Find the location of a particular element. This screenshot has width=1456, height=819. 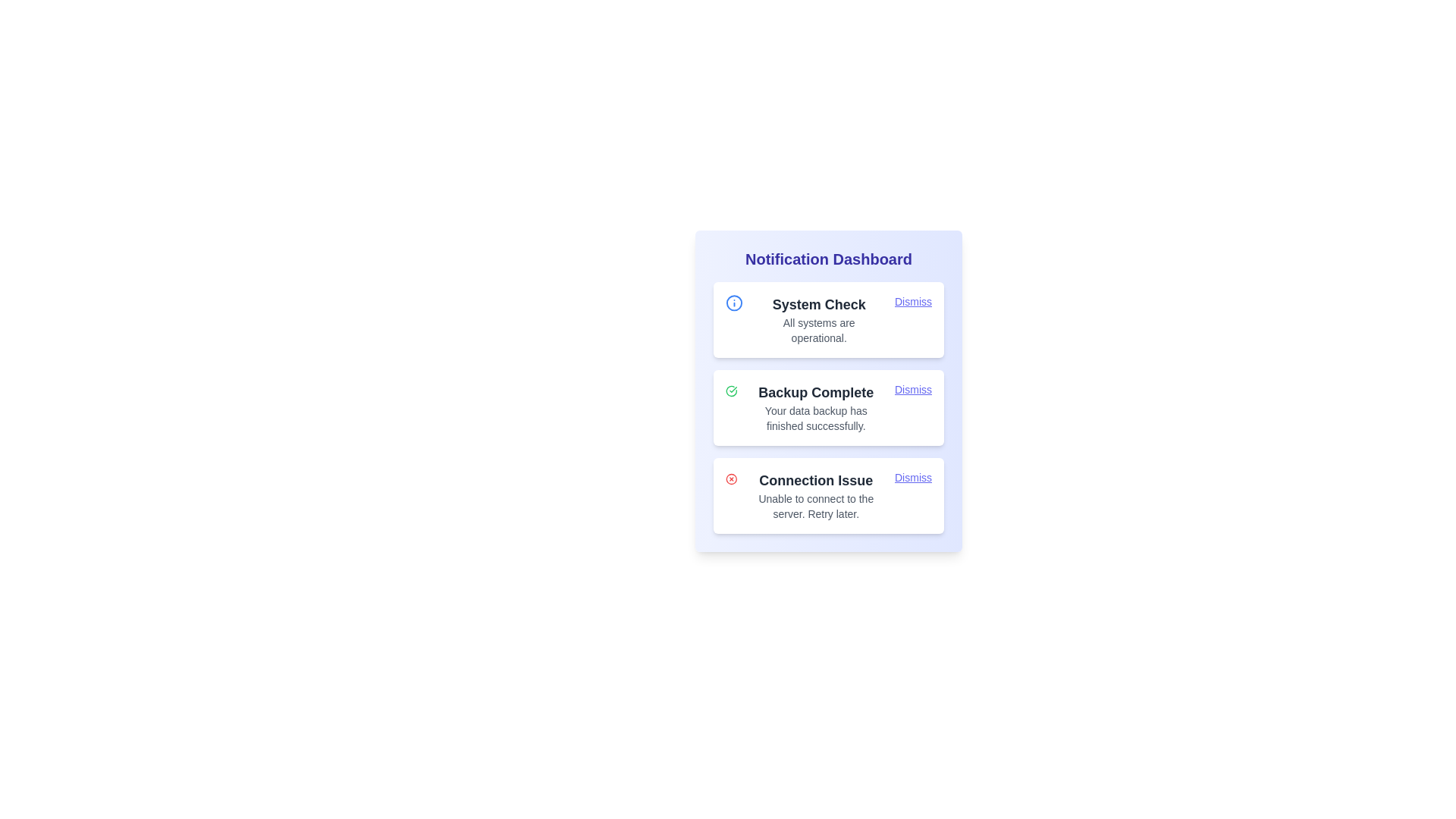

the indigo colored text link styled as a button located in the top-right corner of the 'Backup Complete' notification card is located at coordinates (912, 388).